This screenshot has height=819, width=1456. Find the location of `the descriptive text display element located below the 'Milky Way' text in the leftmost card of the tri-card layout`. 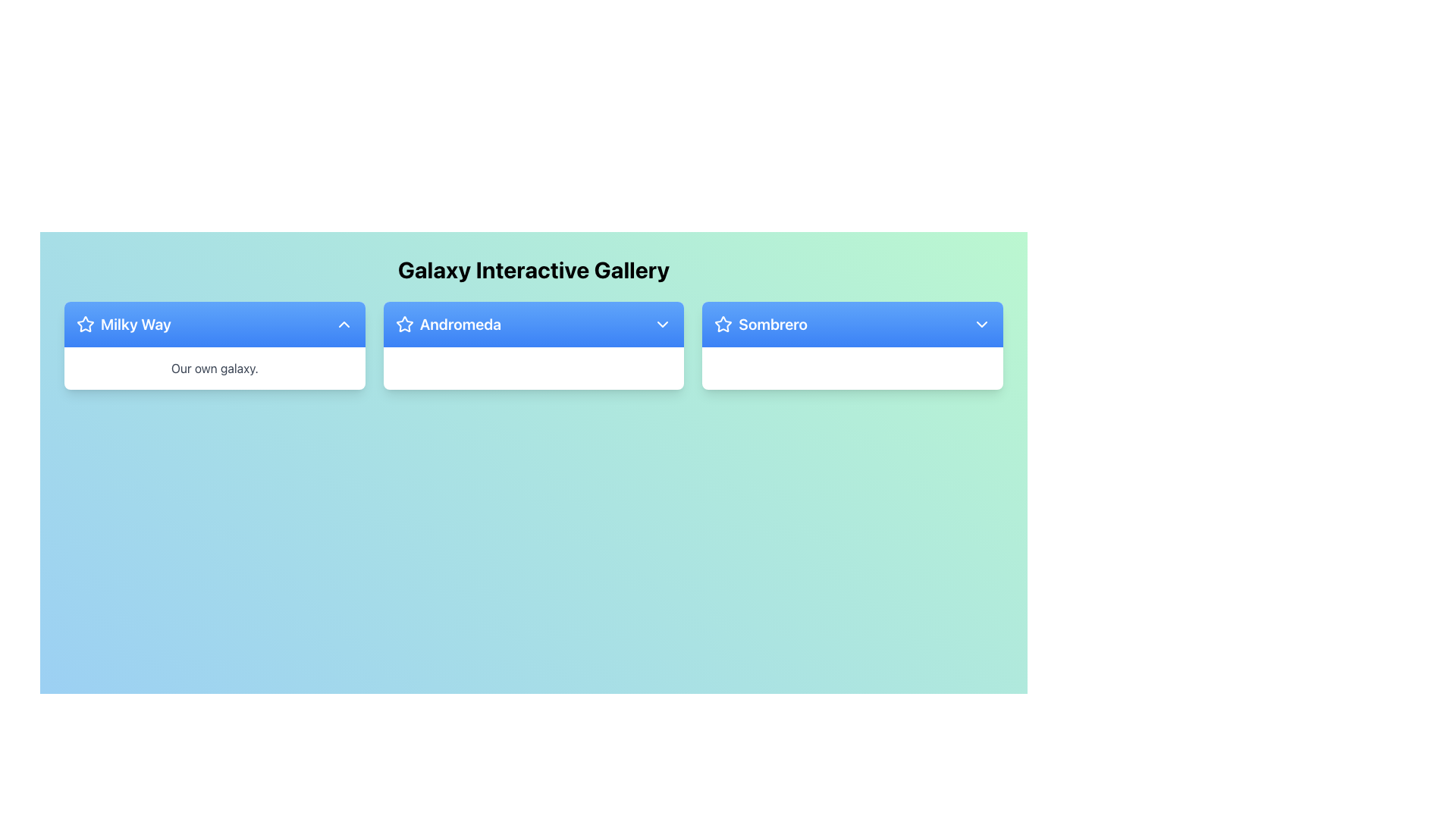

the descriptive text display element located below the 'Milky Way' text in the leftmost card of the tri-card layout is located at coordinates (214, 369).